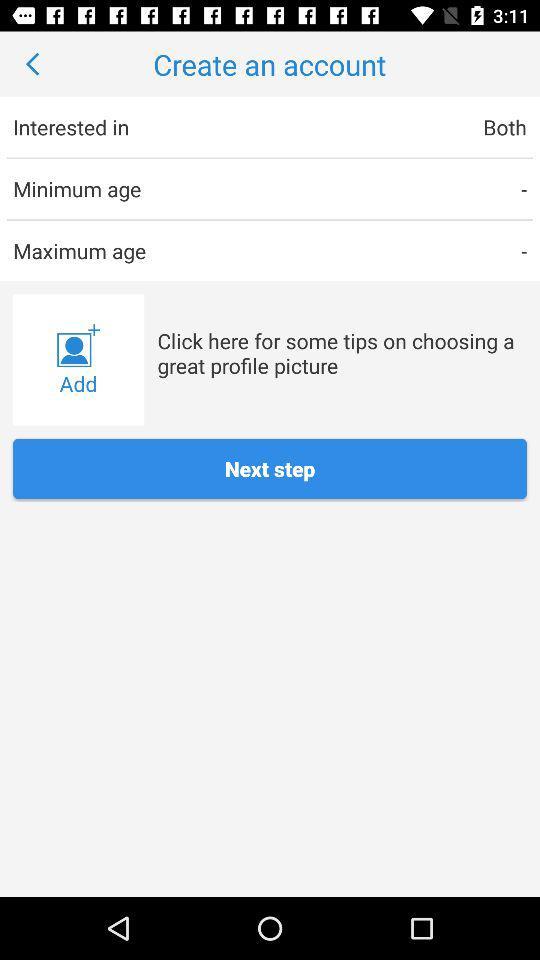  Describe the element at coordinates (341, 353) in the screenshot. I see `click here for icon` at that location.